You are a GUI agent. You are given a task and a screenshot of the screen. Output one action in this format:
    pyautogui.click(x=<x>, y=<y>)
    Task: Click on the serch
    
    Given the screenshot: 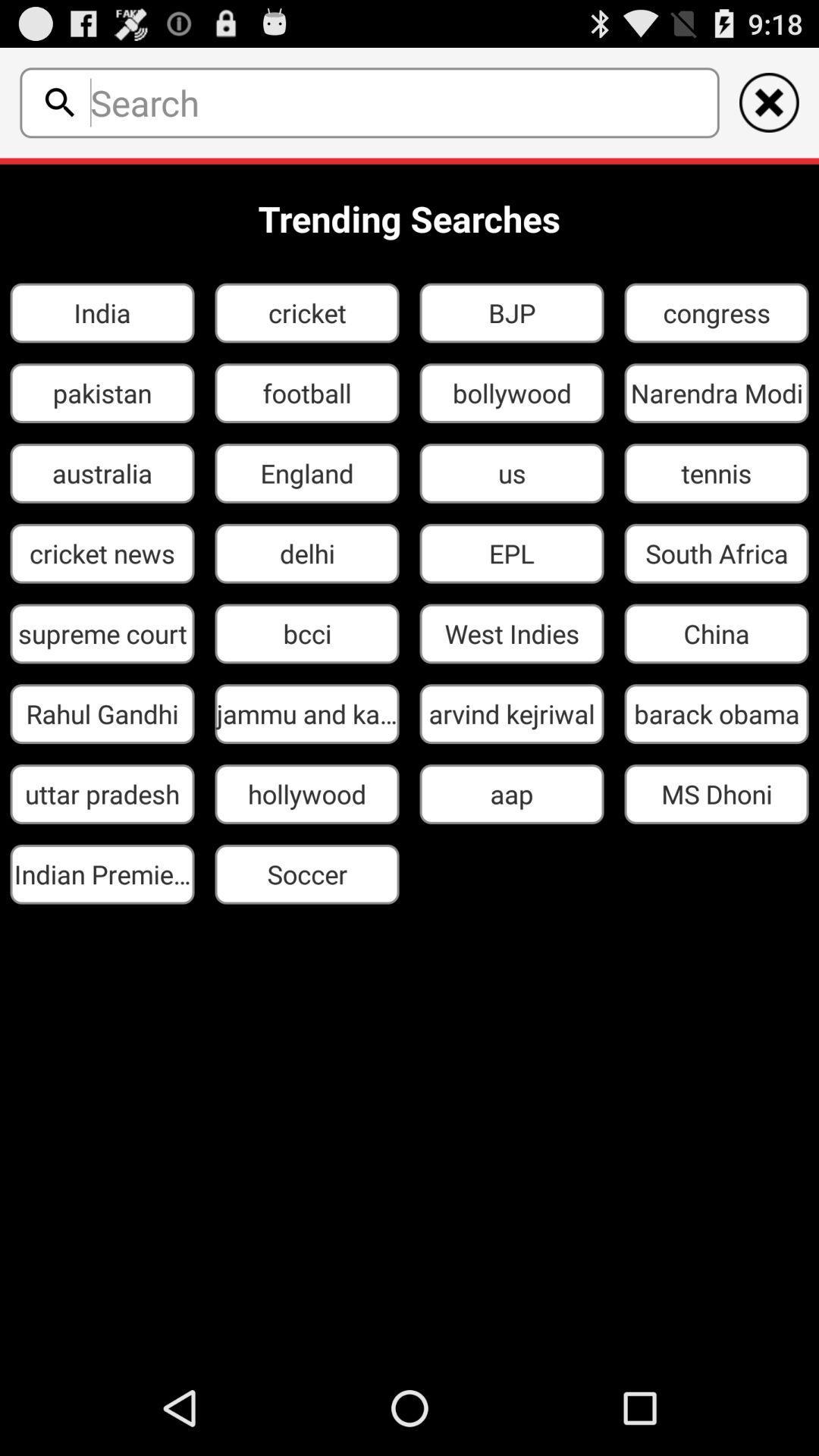 What is the action you would take?
    pyautogui.click(x=399, y=102)
    